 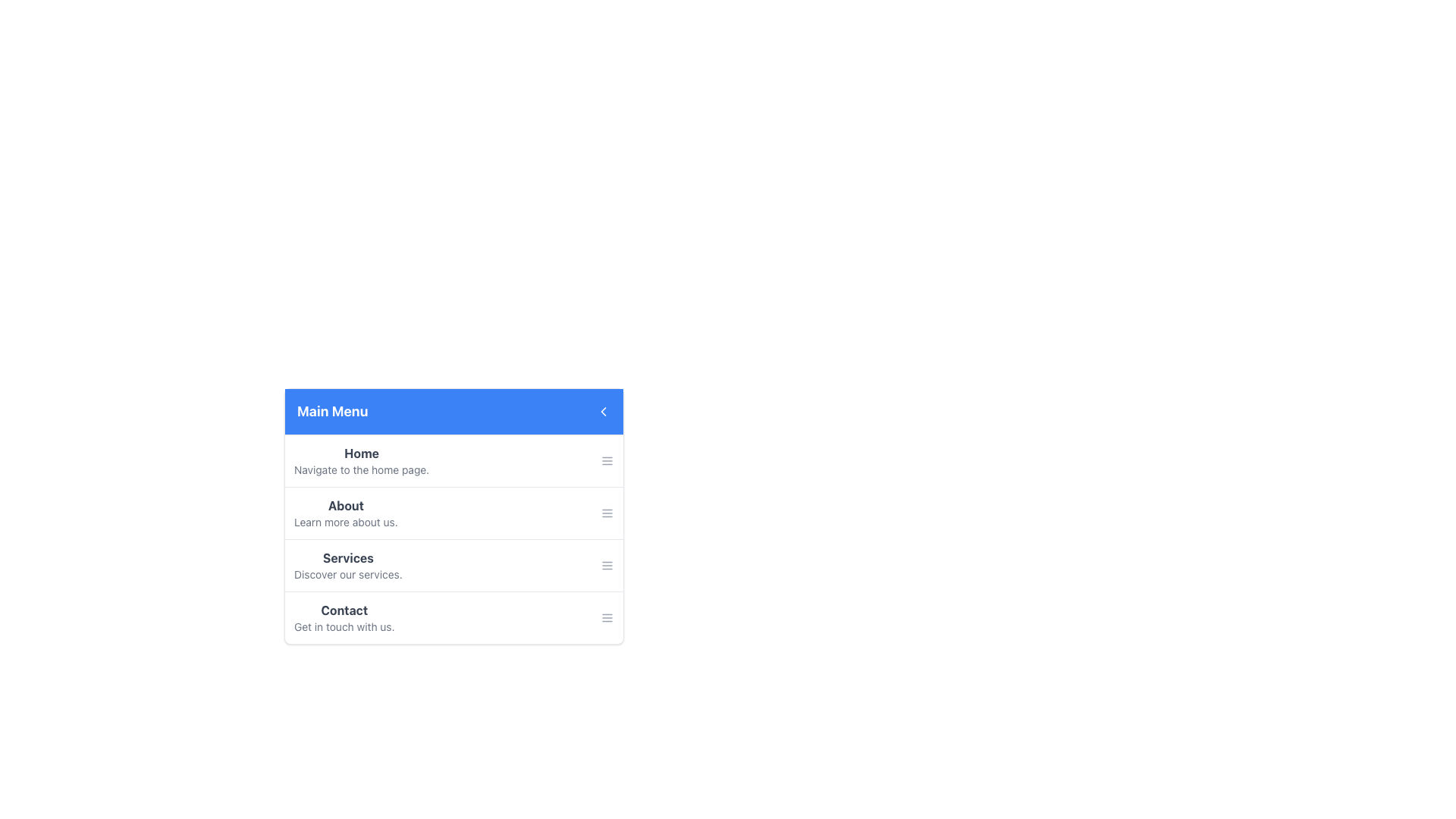 I want to click on descriptive text located under the 'Services' header in the vertical menu, which informs users about the content or functionality linked to this option, so click(x=347, y=575).